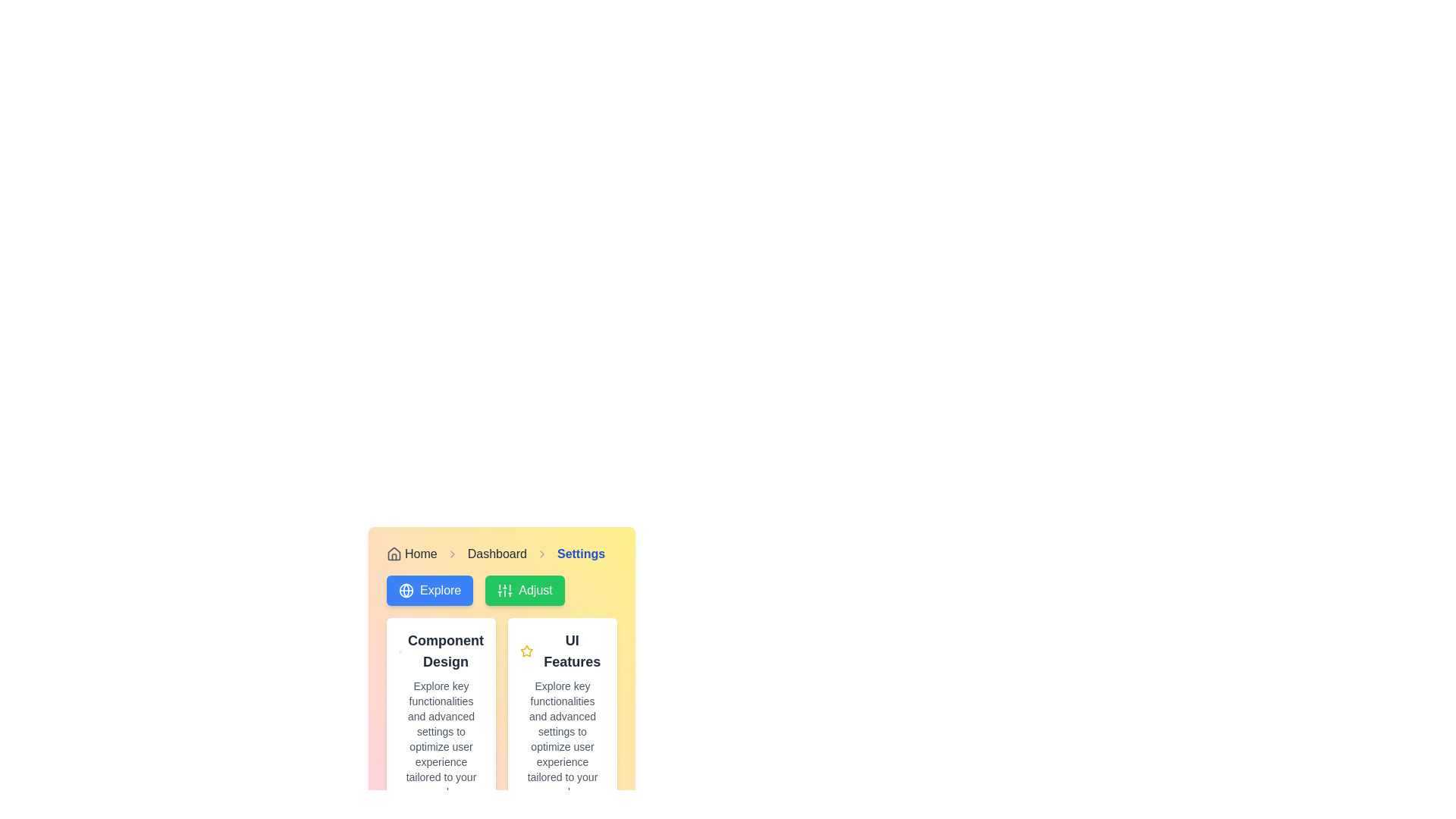 The width and height of the screenshot is (1456, 819). Describe the element at coordinates (525, 590) in the screenshot. I see `the 'Adjust' button located in the top-right area of the toolbar` at that location.